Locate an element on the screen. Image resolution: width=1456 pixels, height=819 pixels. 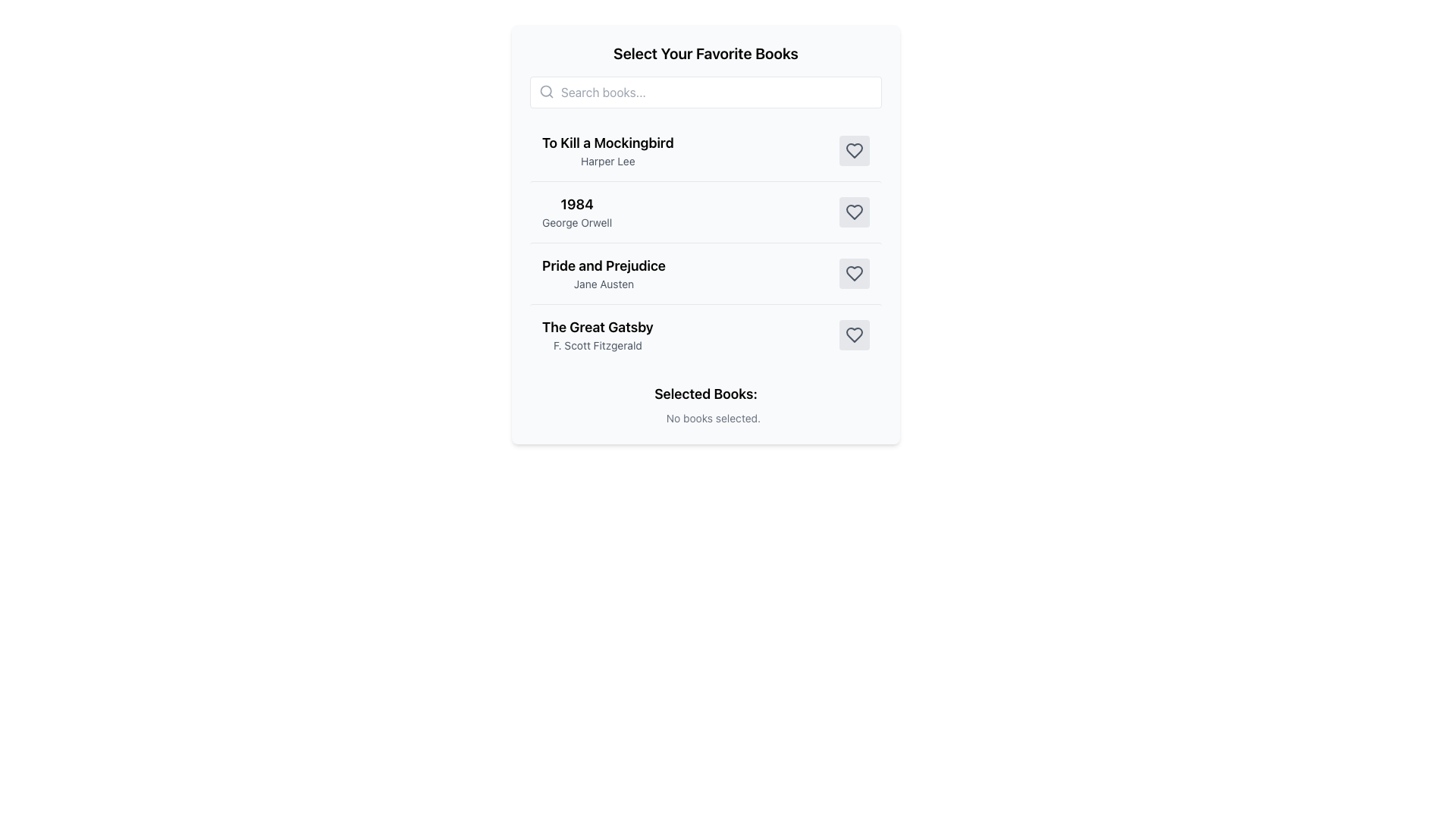
the heart-shaped icon button outlined with a dark gray stroke, located to the right of the book titled 'Pride and Prejudice' by Jane Austen, to favorite or unfavorite the associated book is located at coordinates (855, 274).